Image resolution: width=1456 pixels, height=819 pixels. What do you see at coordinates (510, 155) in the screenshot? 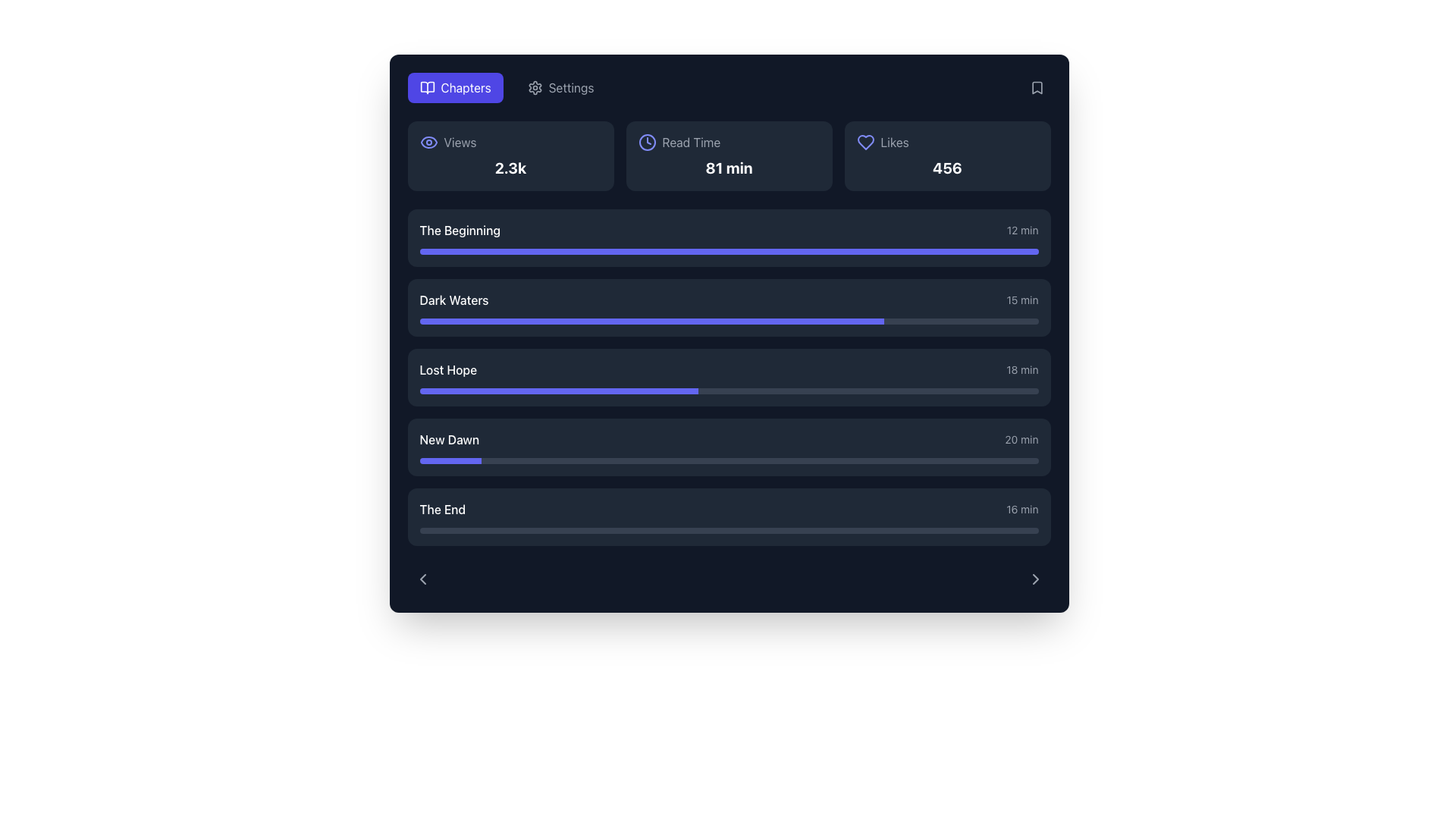
I see `the first Statistical display section which has a dark gray background and displays 'Views' with an eye icon and the statistic '2.3k' in bold white font` at bounding box center [510, 155].